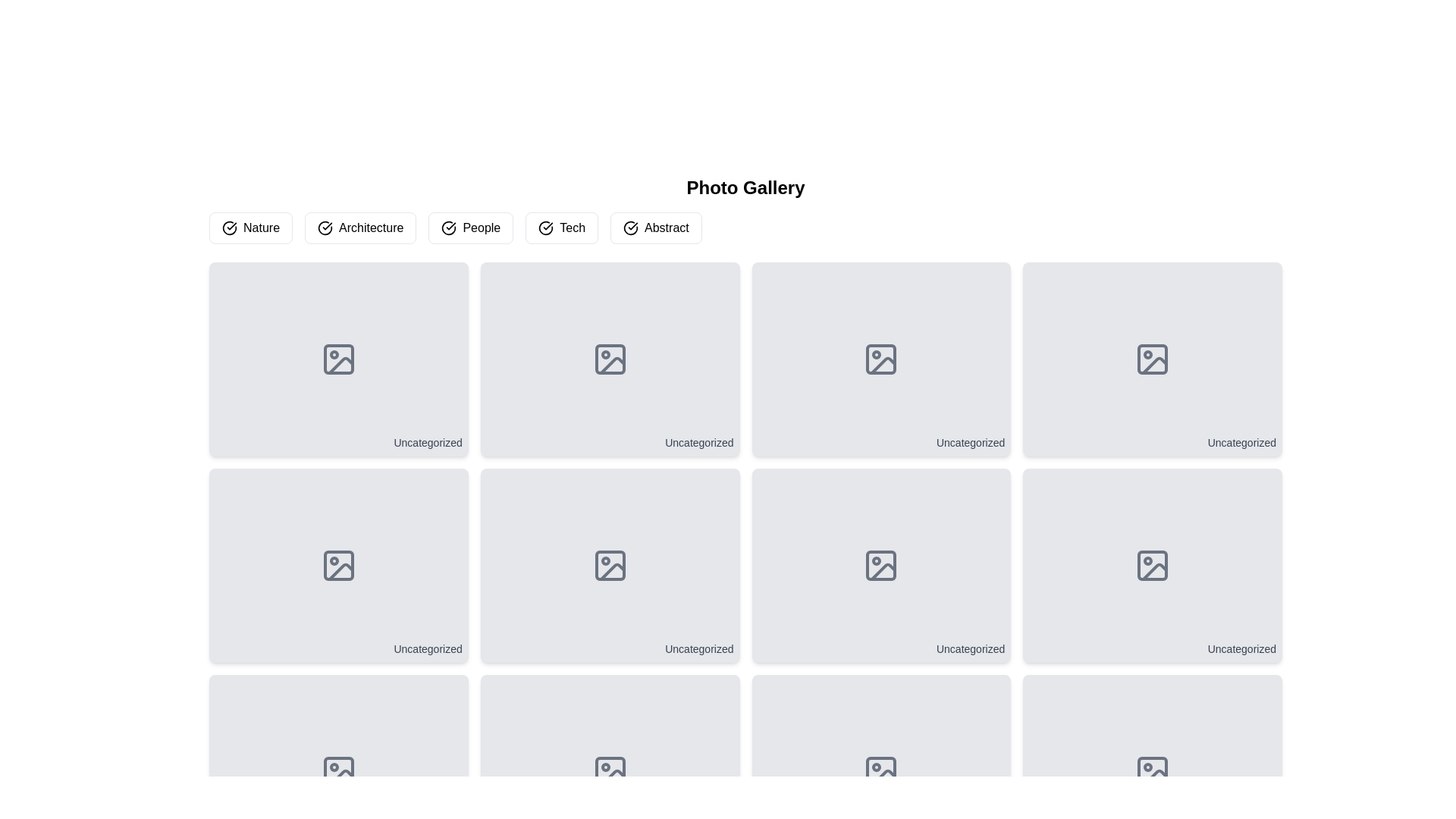 The width and height of the screenshot is (1456, 819). I want to click on the image placeholder icon located in the third column of the bottom row of the grid layout, so click(881, 772).